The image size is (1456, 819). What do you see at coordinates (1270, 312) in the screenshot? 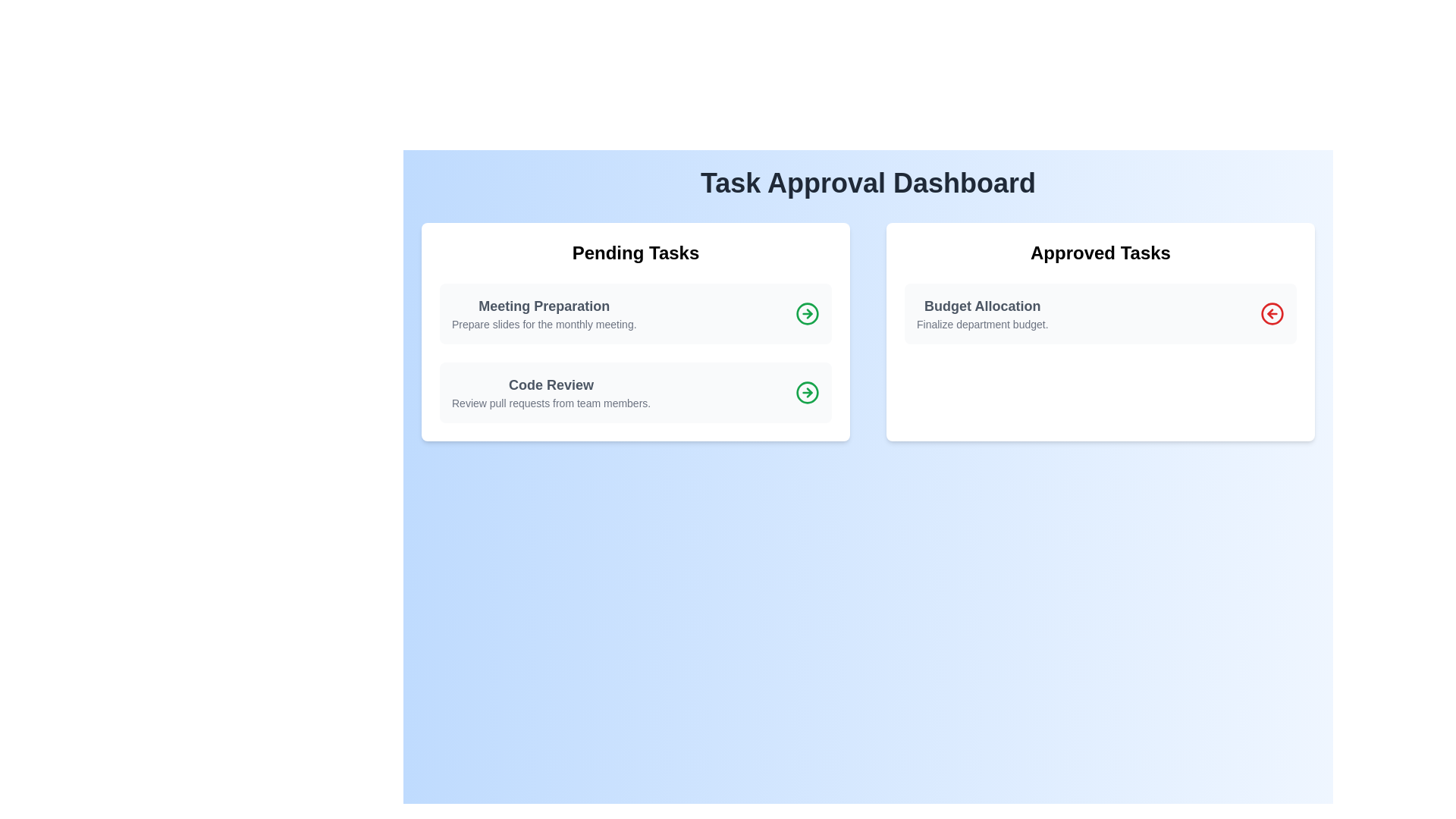
I see `the left-pointing arrowhead of the SVG icon located in the top-right corner of the 'Approved Tasks' card` at bounding box center [1270, 312].